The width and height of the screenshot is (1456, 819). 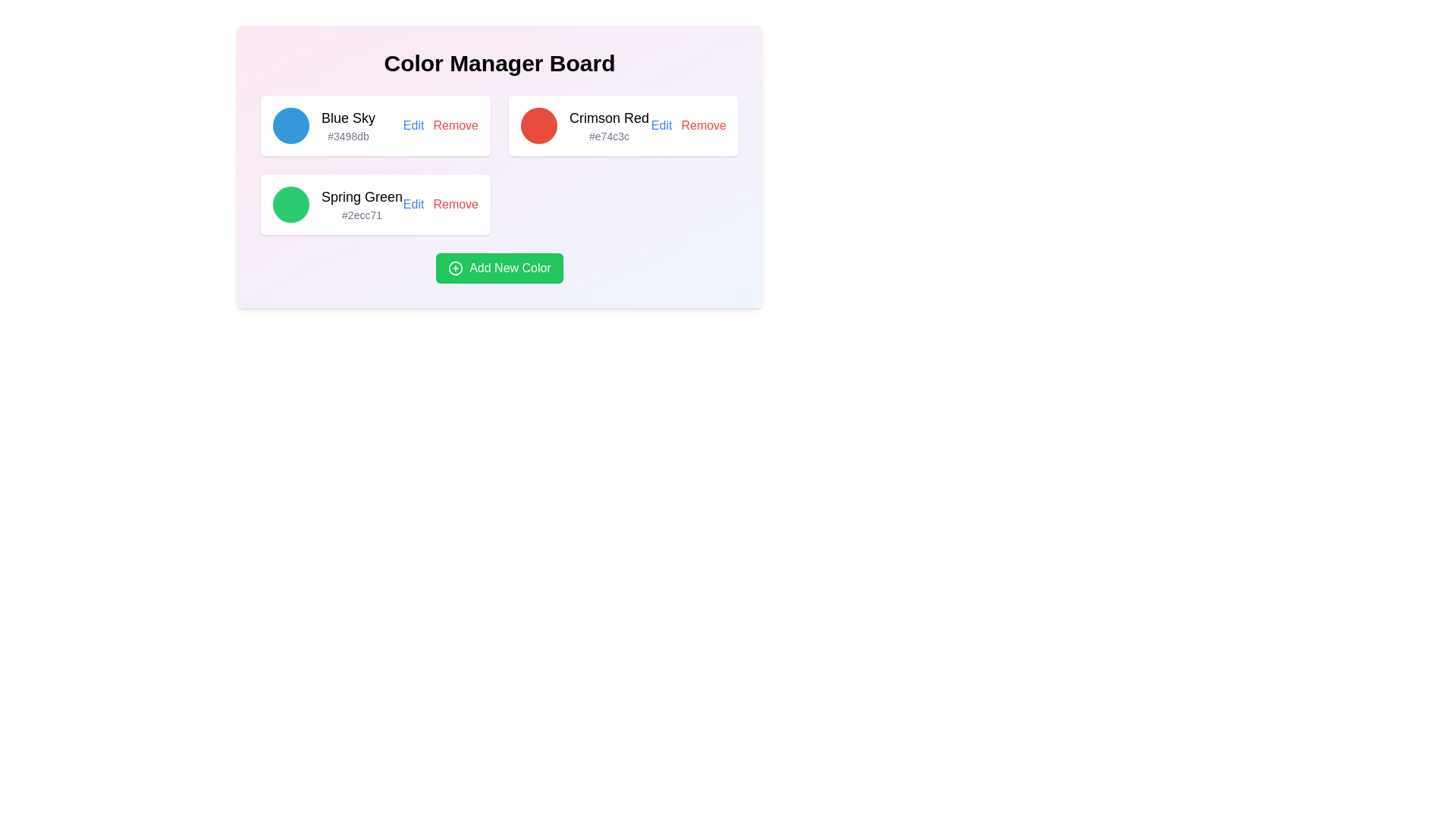 I want to click on the informational text display that shows 'Spring Green' in large font and '#2ecc71' in smaller gray font, located in the bottom left panel of the grid layout, so click(x=361, y=205).